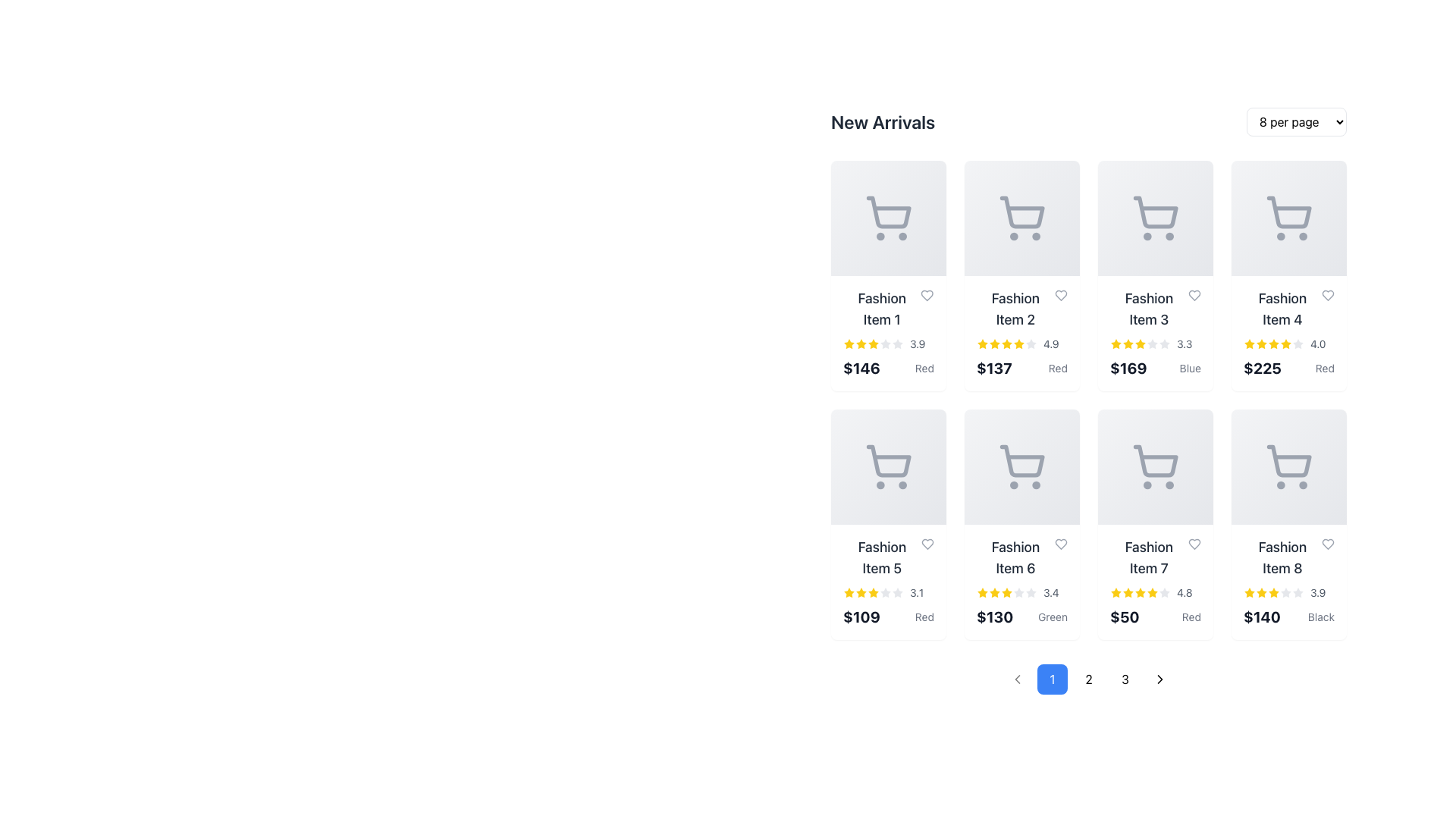  What do you see at coordinates (1285, 344) in the screenshot?
I see `the fifth star icon in the rating indicator for the product labeled 'Fashion Item 4', located in the second row of the product grid` at bounding box center [1285, 344].